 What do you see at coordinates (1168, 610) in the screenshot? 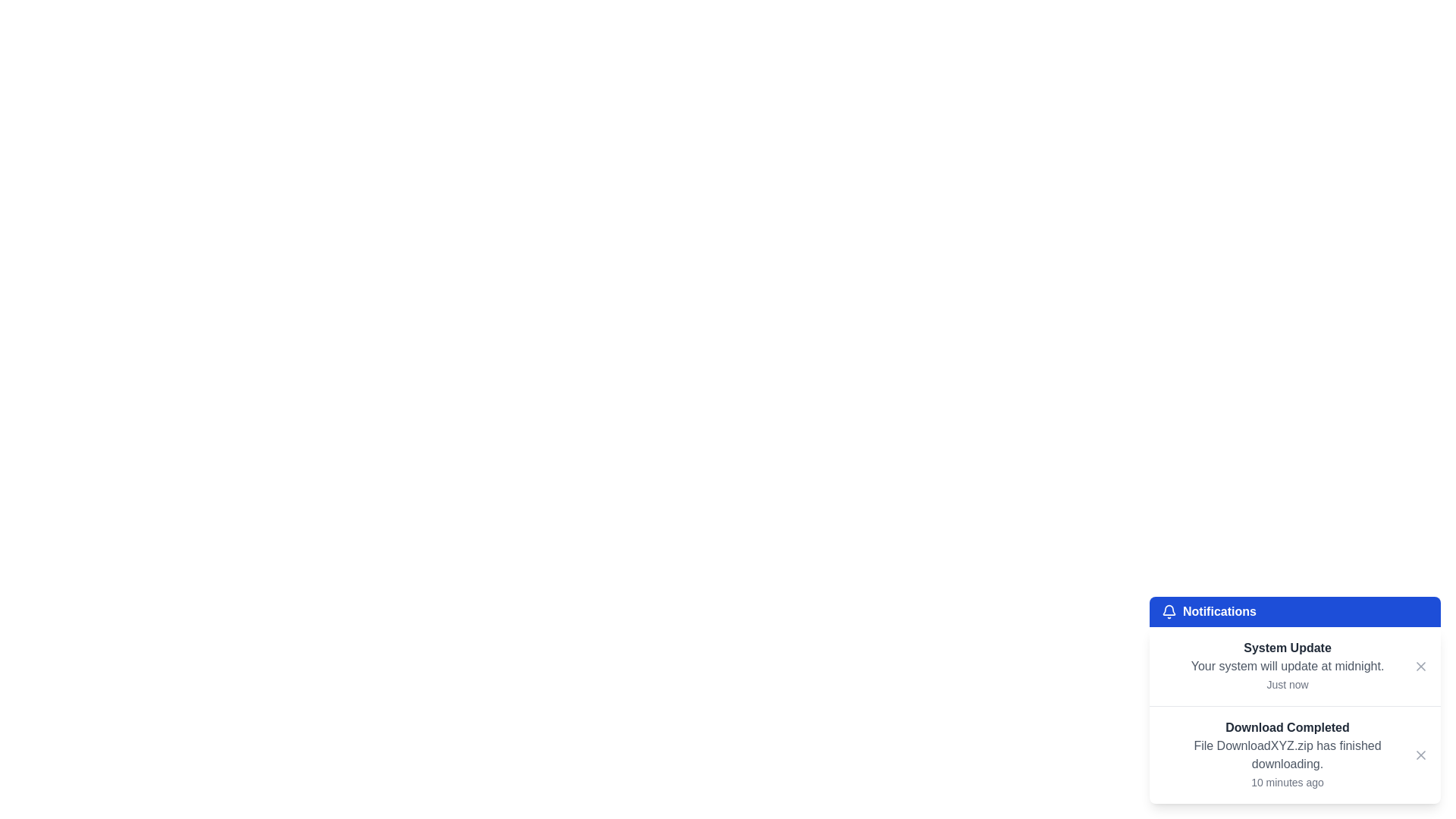
I see `the bell icon styled as a notification symbol located in the top-left corner of the blue header section labeled 'Notifications.'` at bounding box center [1168, 610].